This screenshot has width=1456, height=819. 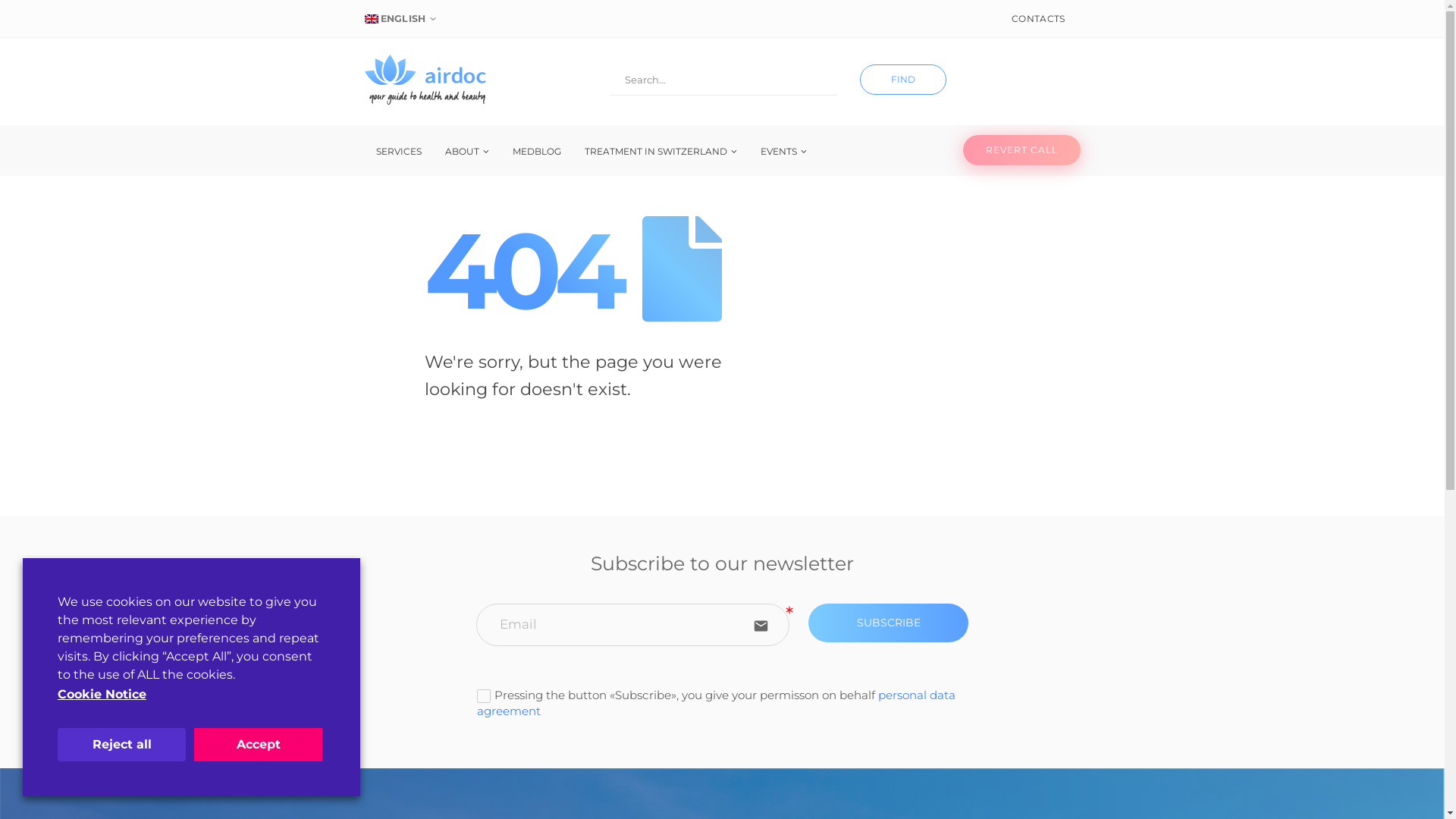 I want to click on 'TREATMENT IN SWITZERLAND', so click(x=661, y=152).